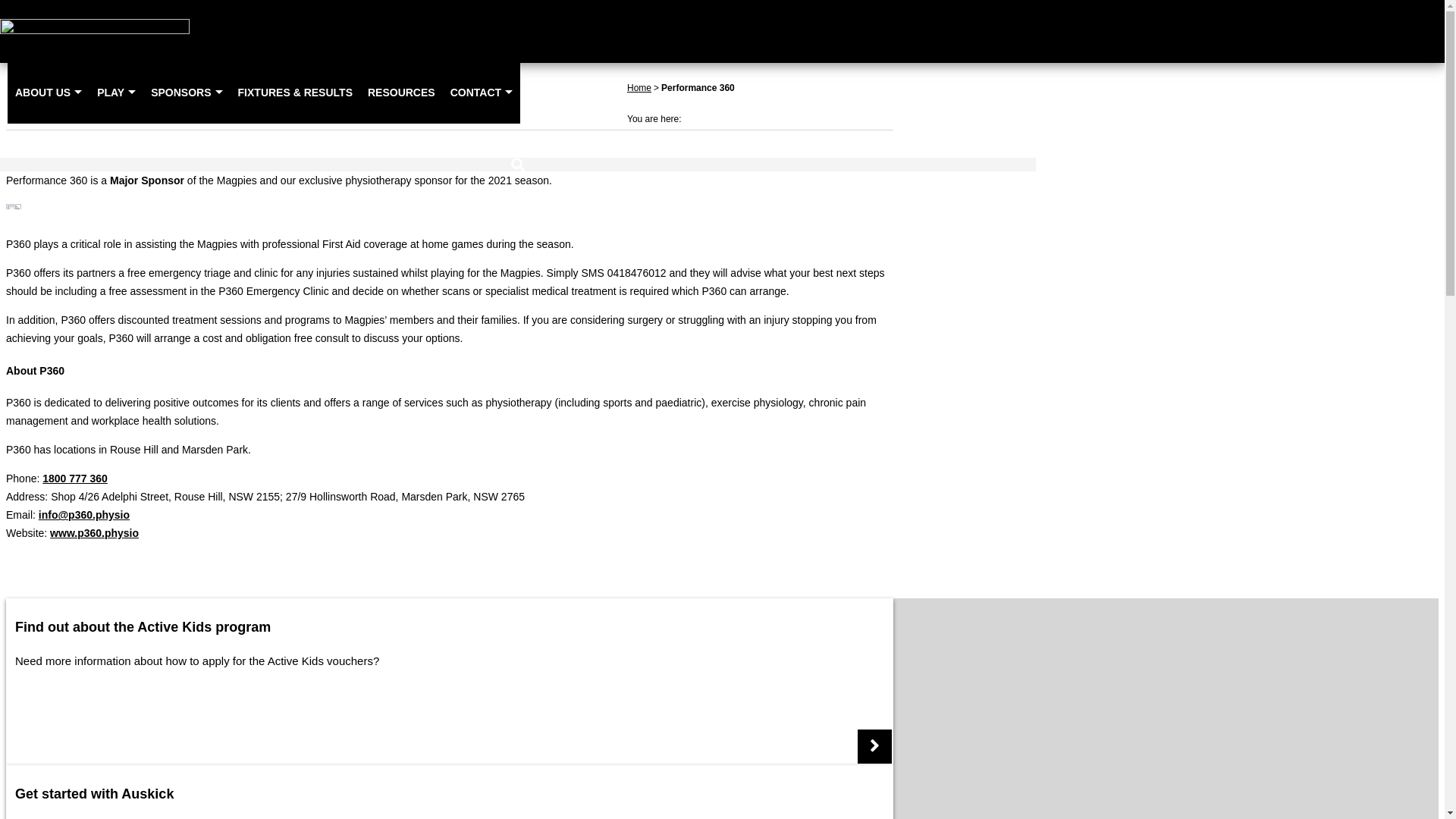 This screenshot has width=1456, height=819. Describe the element at coordinates (442, 92) in the screenshot. I see `'CONTACT'` at that location.